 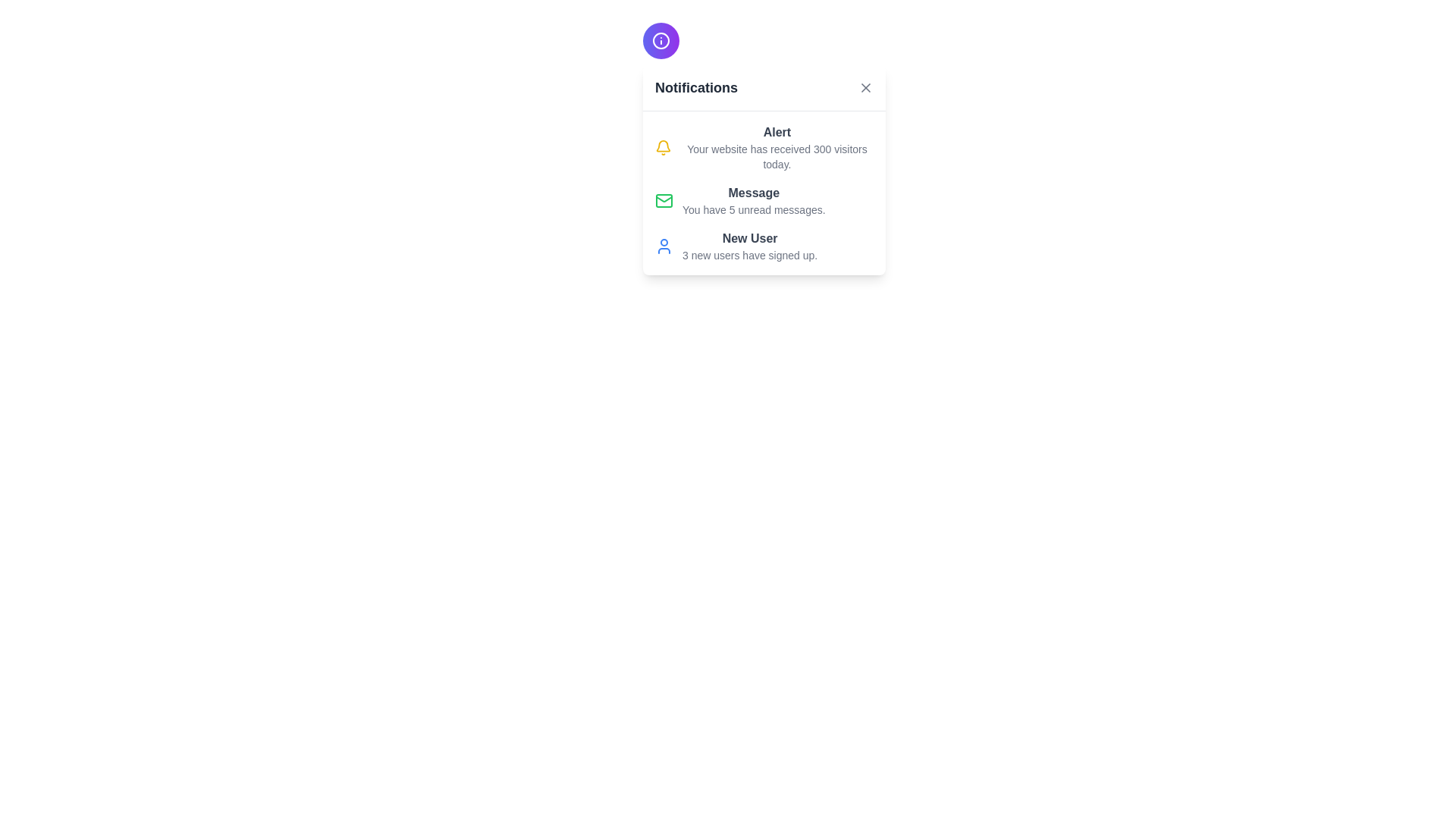 I want to click on the circular icon with a gradient background transitioning from purple to blue, which has a white outline and a smaller white dot in its center, located above the notifications panel, so click(x=661, y=40).